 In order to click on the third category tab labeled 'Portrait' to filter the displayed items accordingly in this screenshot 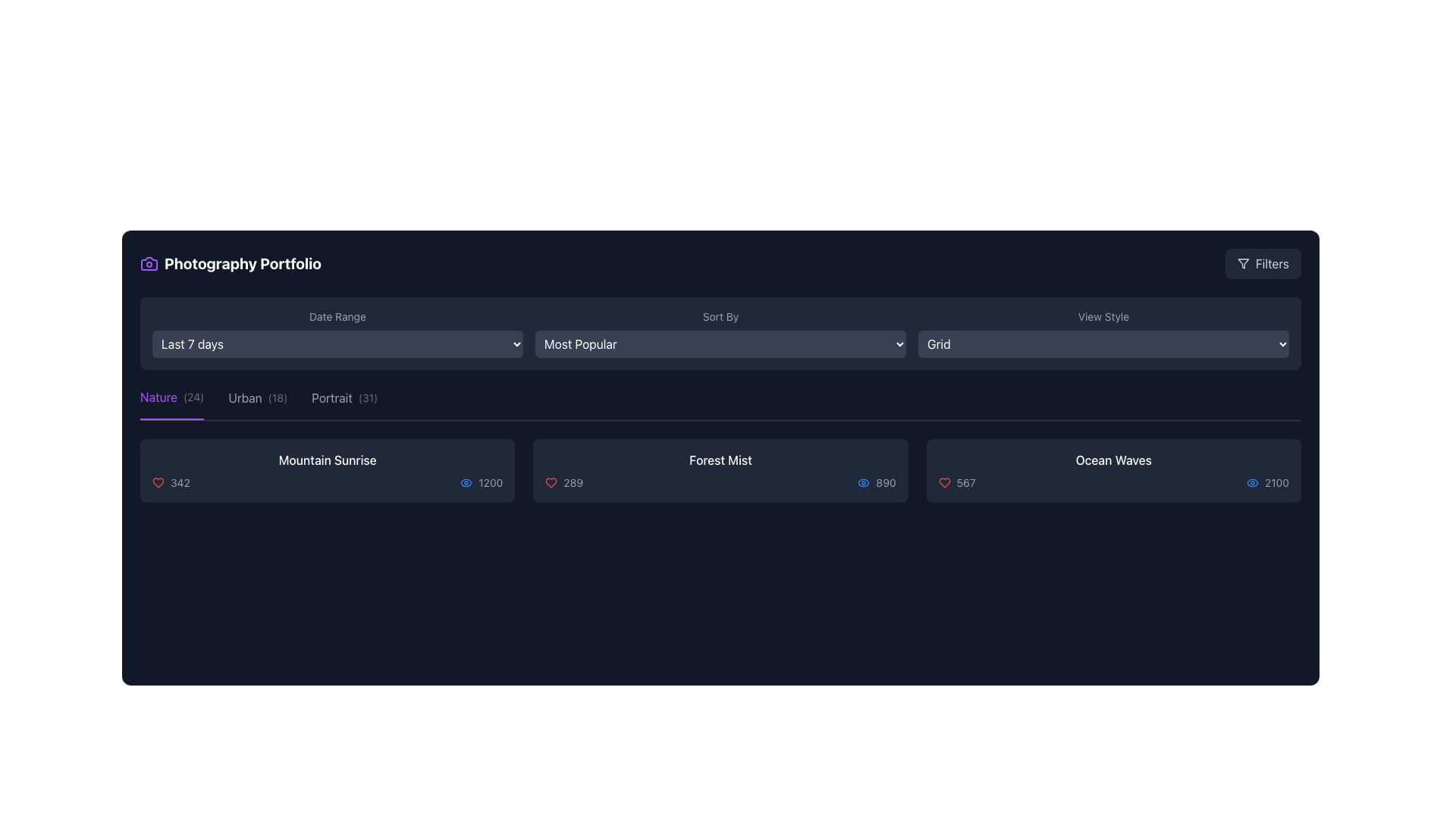, I will do `click(344, 397)`.